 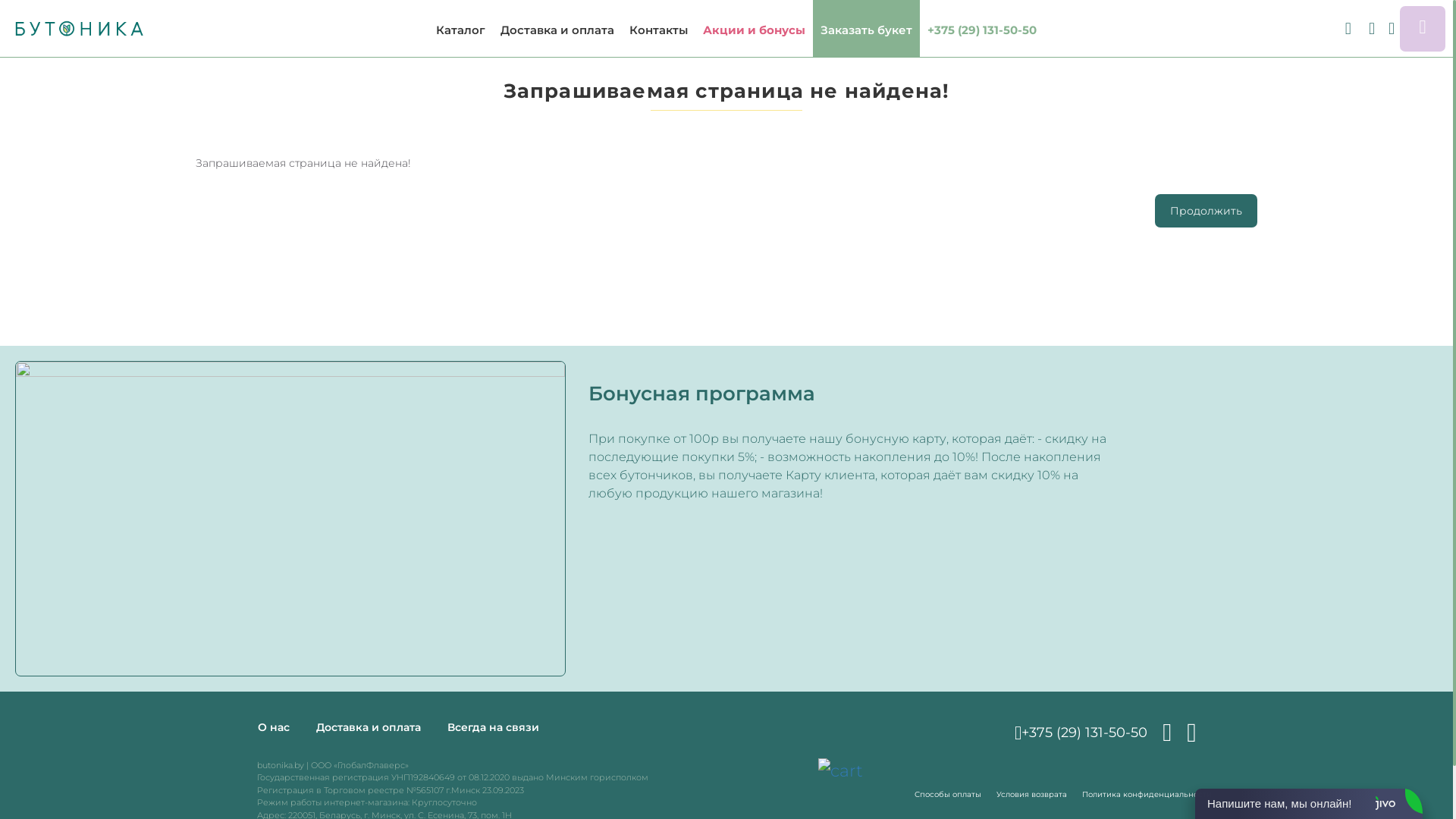 I want to click on '+375 (29) 131-50-50', so click(x=1080, y=731).